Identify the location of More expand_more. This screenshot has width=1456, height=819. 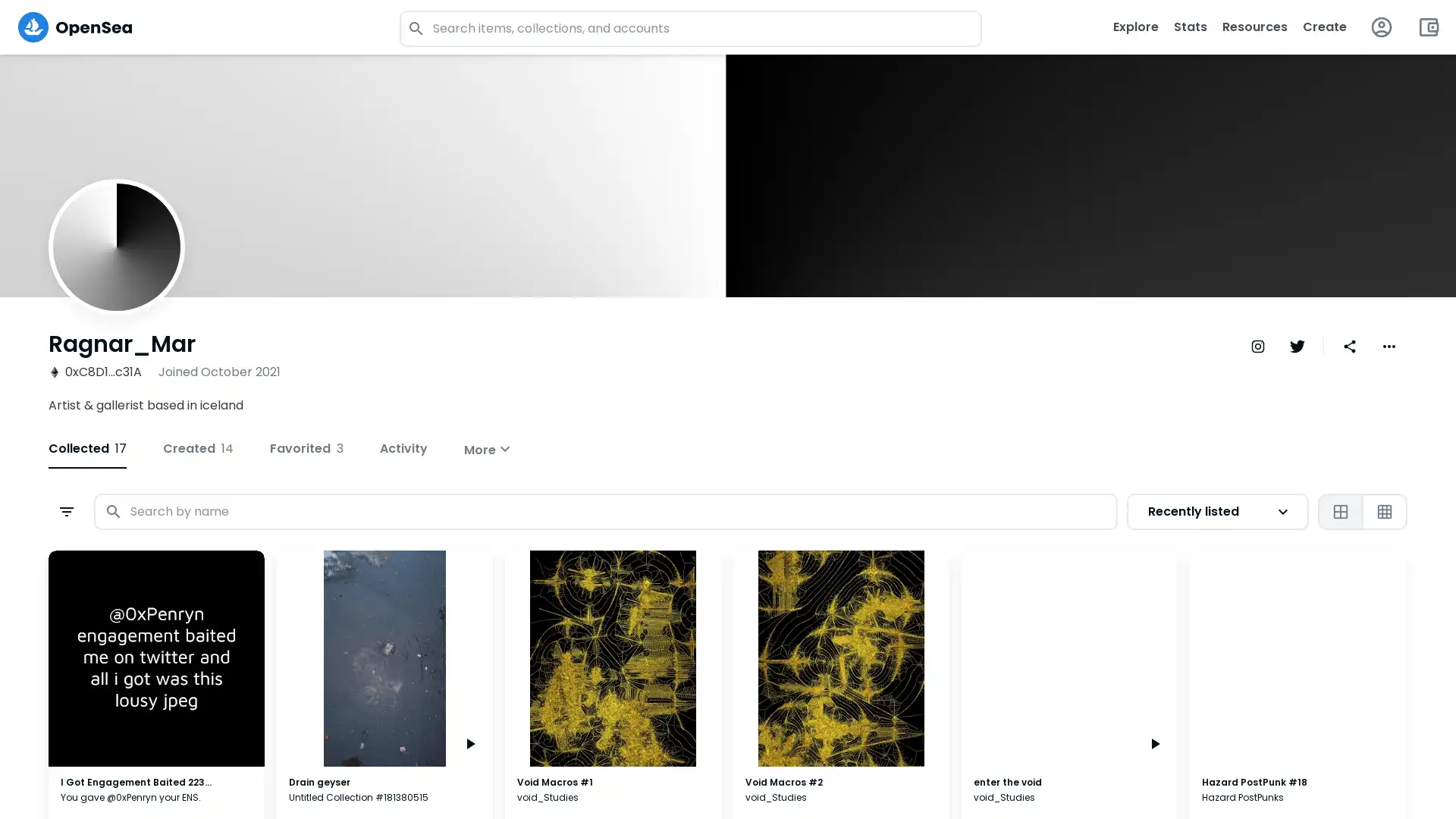
(488, 447).